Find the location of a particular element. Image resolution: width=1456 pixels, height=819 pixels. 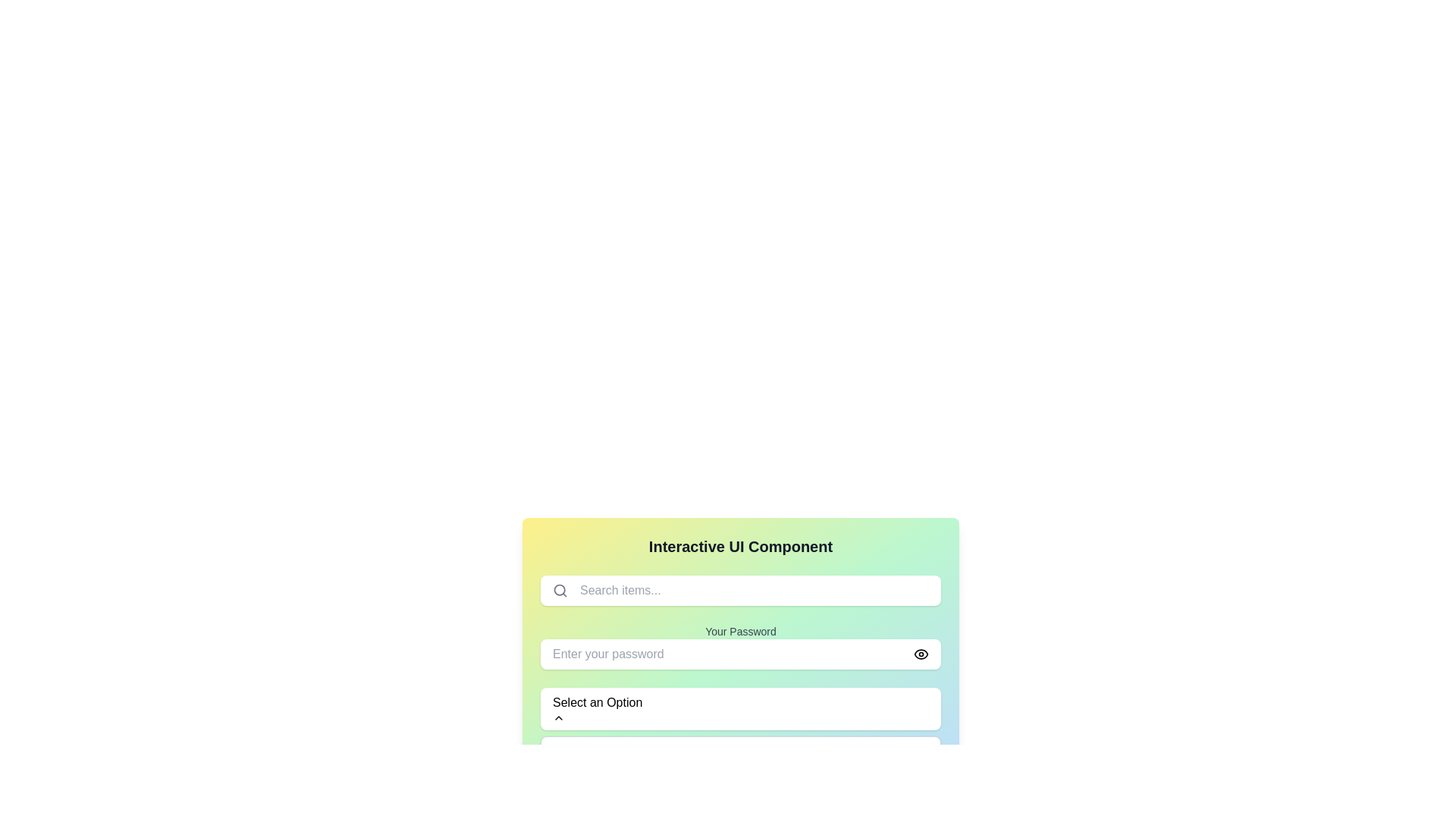

the 'Clear' button located at the bottom right corner of the card-like interface is located at coordinates (741, 763).